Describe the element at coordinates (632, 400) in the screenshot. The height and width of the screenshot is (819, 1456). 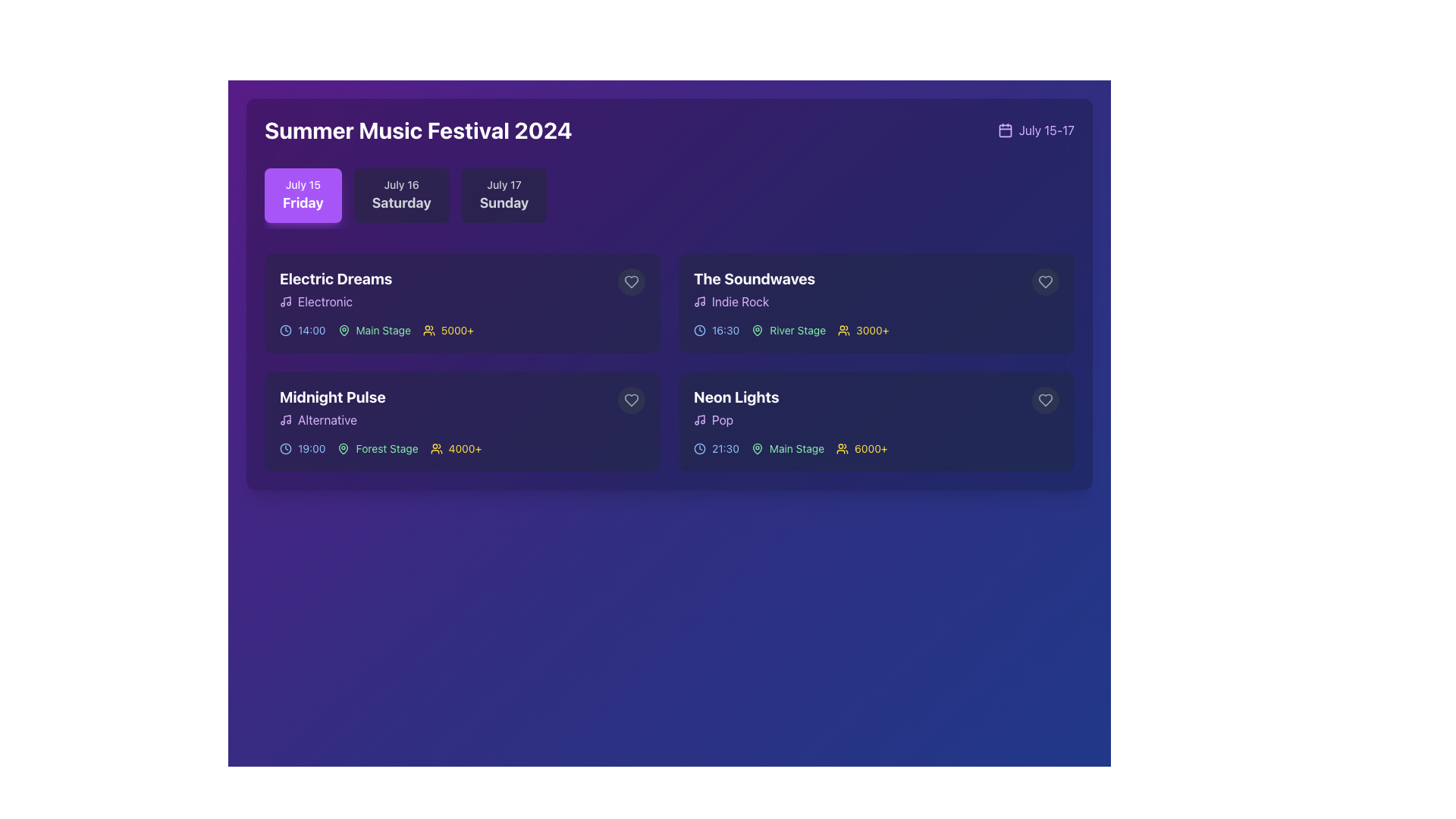
I see `the heart-shaped icon located in the lower-right corner of the 'Midnight Pulse' card` at that location.